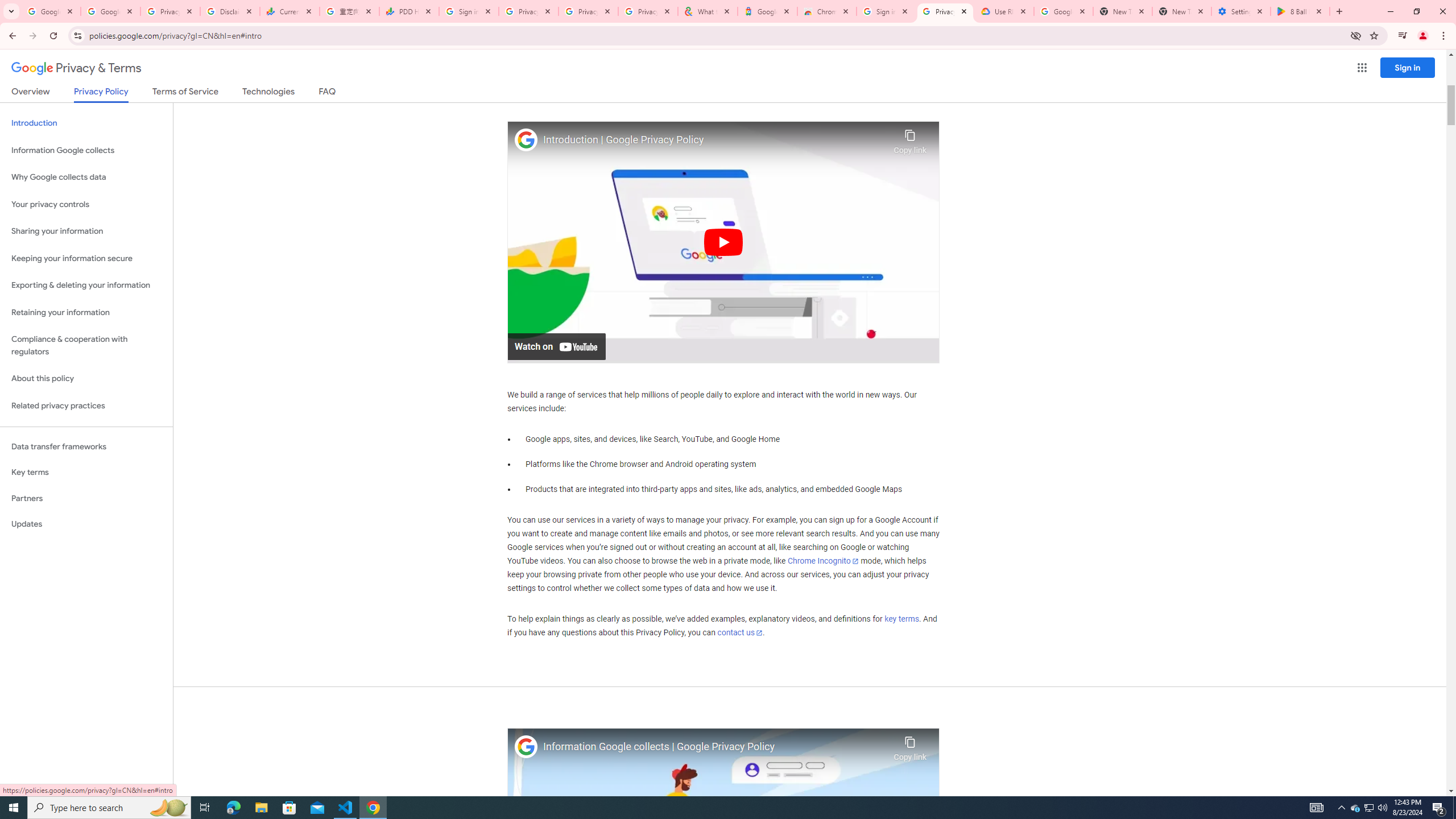  I want to click on 'Your privacy controls', so click(86, 205).